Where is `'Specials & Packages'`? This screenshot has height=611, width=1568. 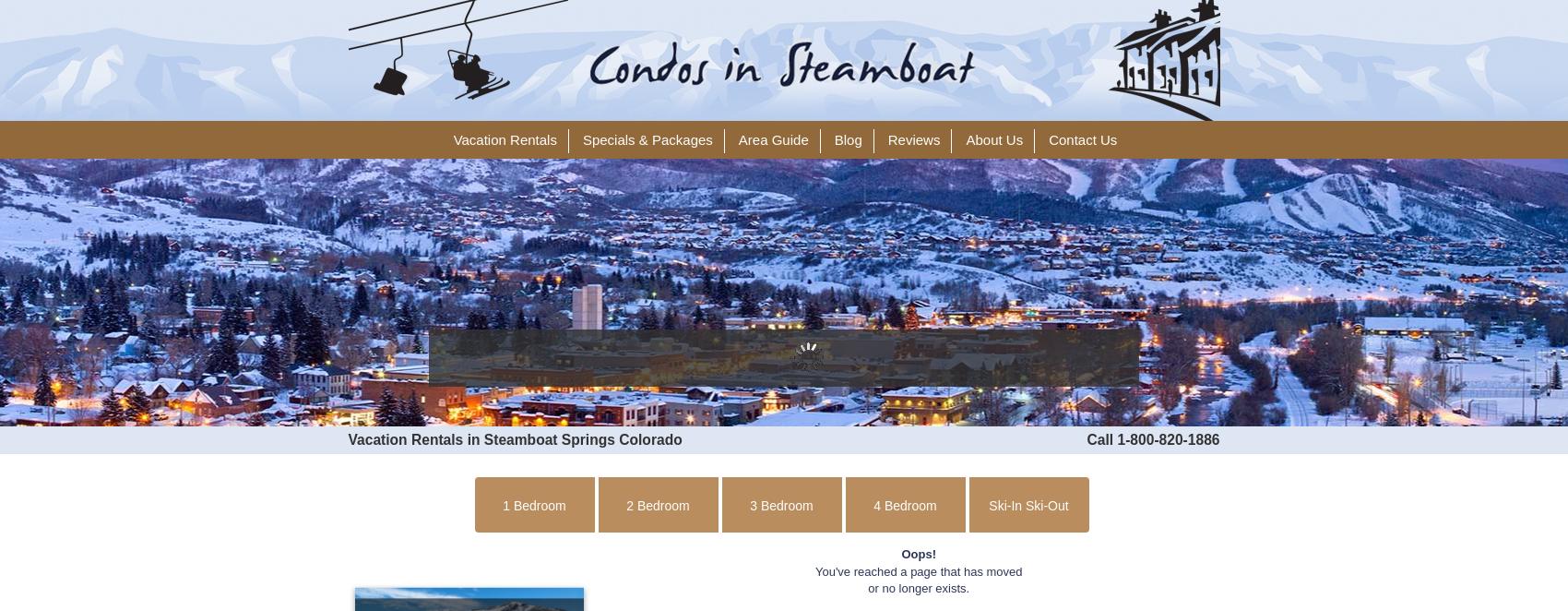
'Specials & Packages' is located at coordinates (647, 139).